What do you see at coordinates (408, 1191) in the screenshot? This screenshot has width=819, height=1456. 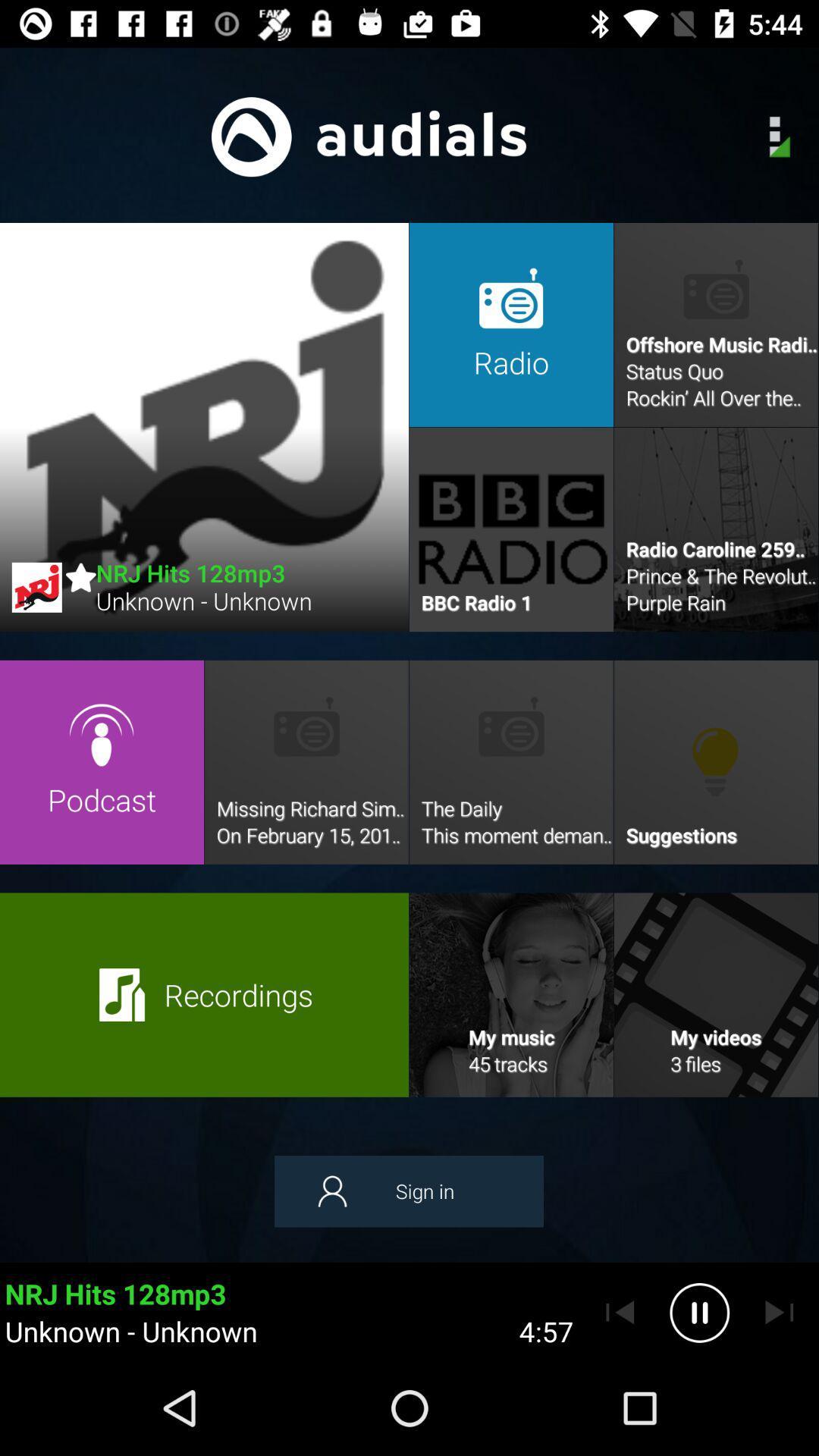 I see `the item above the unknown - unknown icon` at bounding box center [408, 1191].